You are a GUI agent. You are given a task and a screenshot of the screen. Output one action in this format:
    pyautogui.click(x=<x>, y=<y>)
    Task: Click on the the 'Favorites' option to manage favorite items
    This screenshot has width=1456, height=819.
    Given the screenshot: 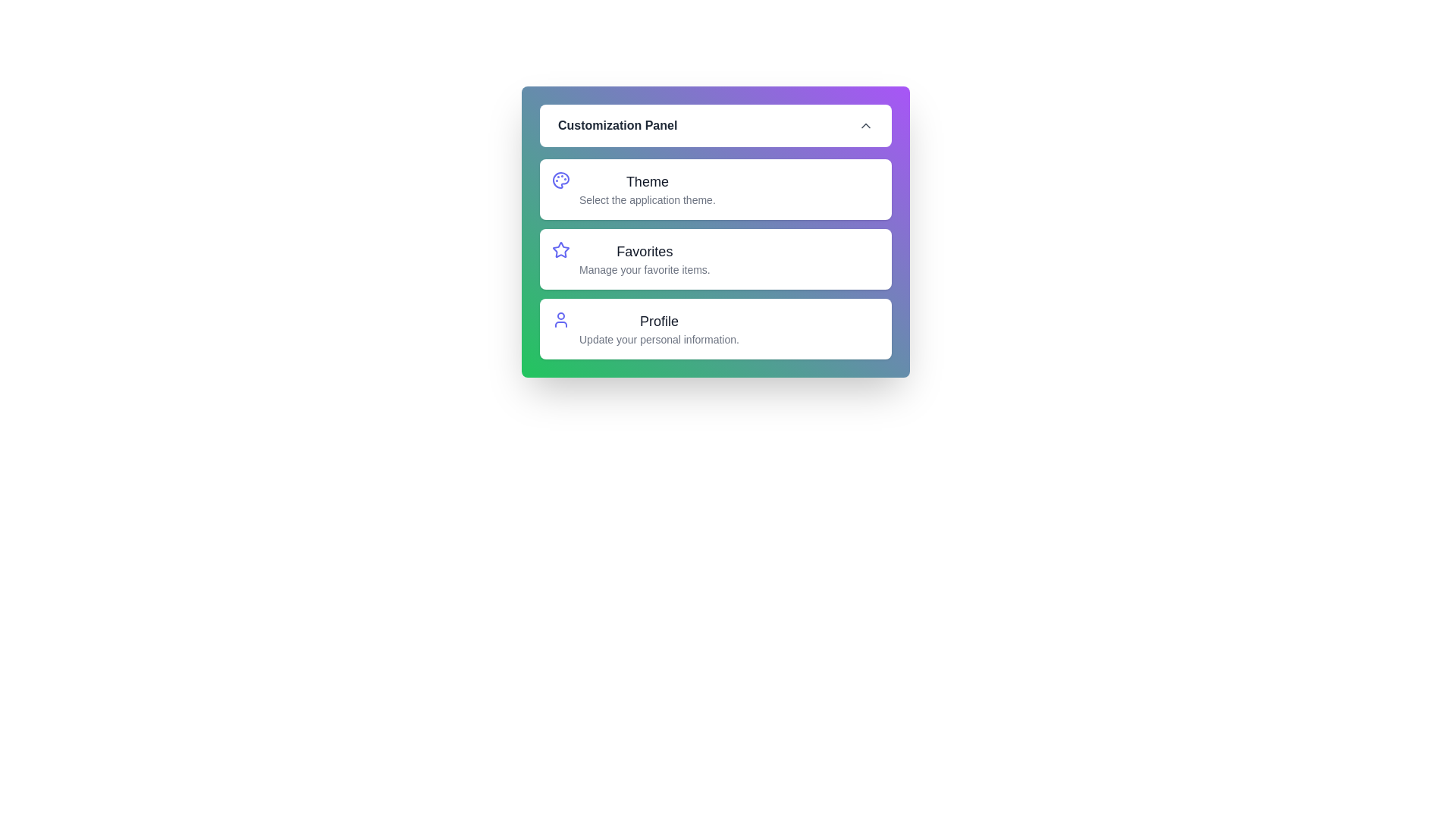 What is the action you would take?
    pyautogui.click(x=715, y=259)
    